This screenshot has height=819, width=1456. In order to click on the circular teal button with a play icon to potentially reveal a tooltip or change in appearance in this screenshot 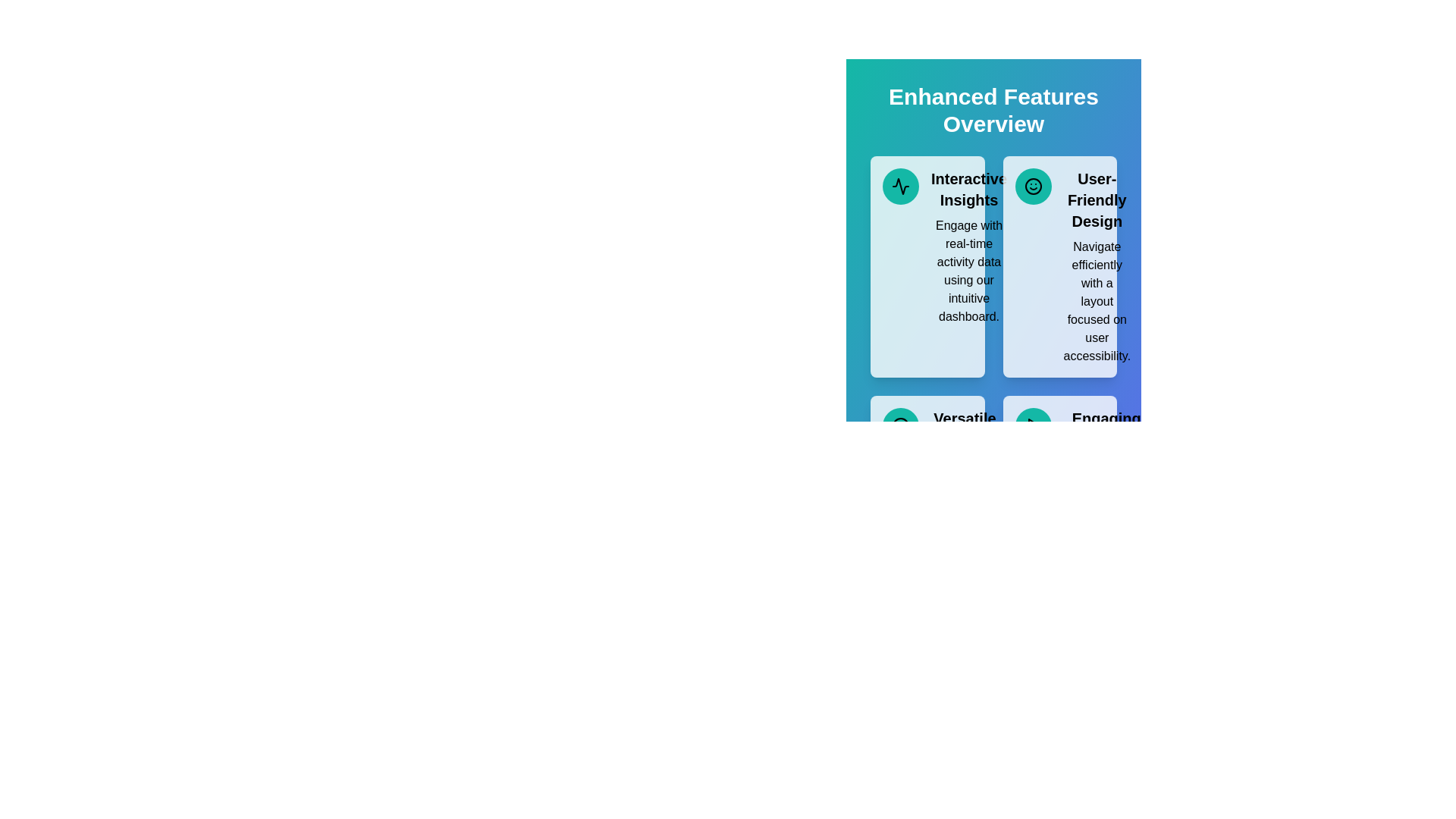, I will do `click(1032, 426)`.